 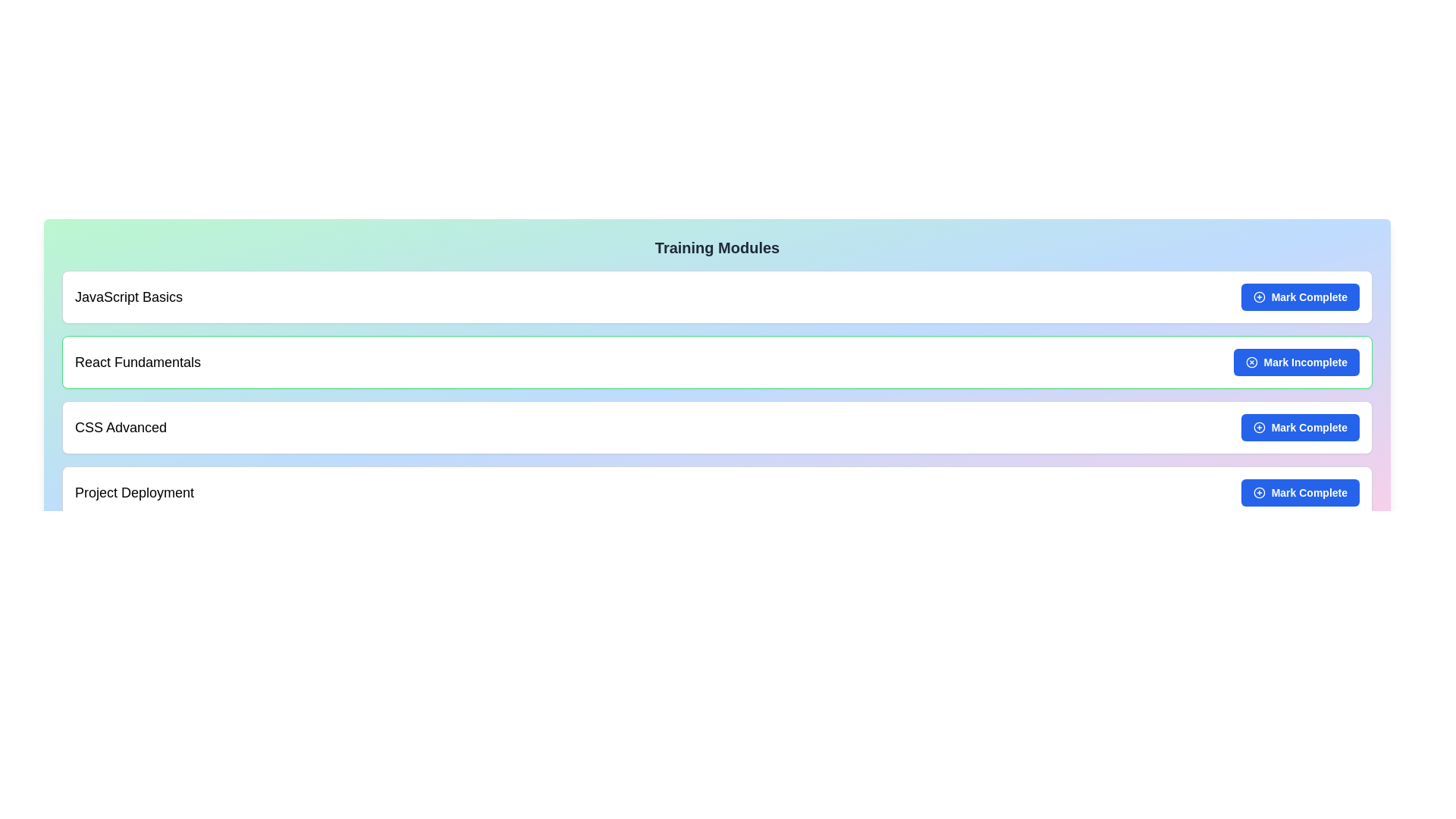 What do you see at coordinates (1259, 427) in the screenshot?
I see `the blue circular icon with a white outline and '+' symbol, located to the left of the 'Mark Complete' text, to interact with the feature` at bounding box center [1259, 427].